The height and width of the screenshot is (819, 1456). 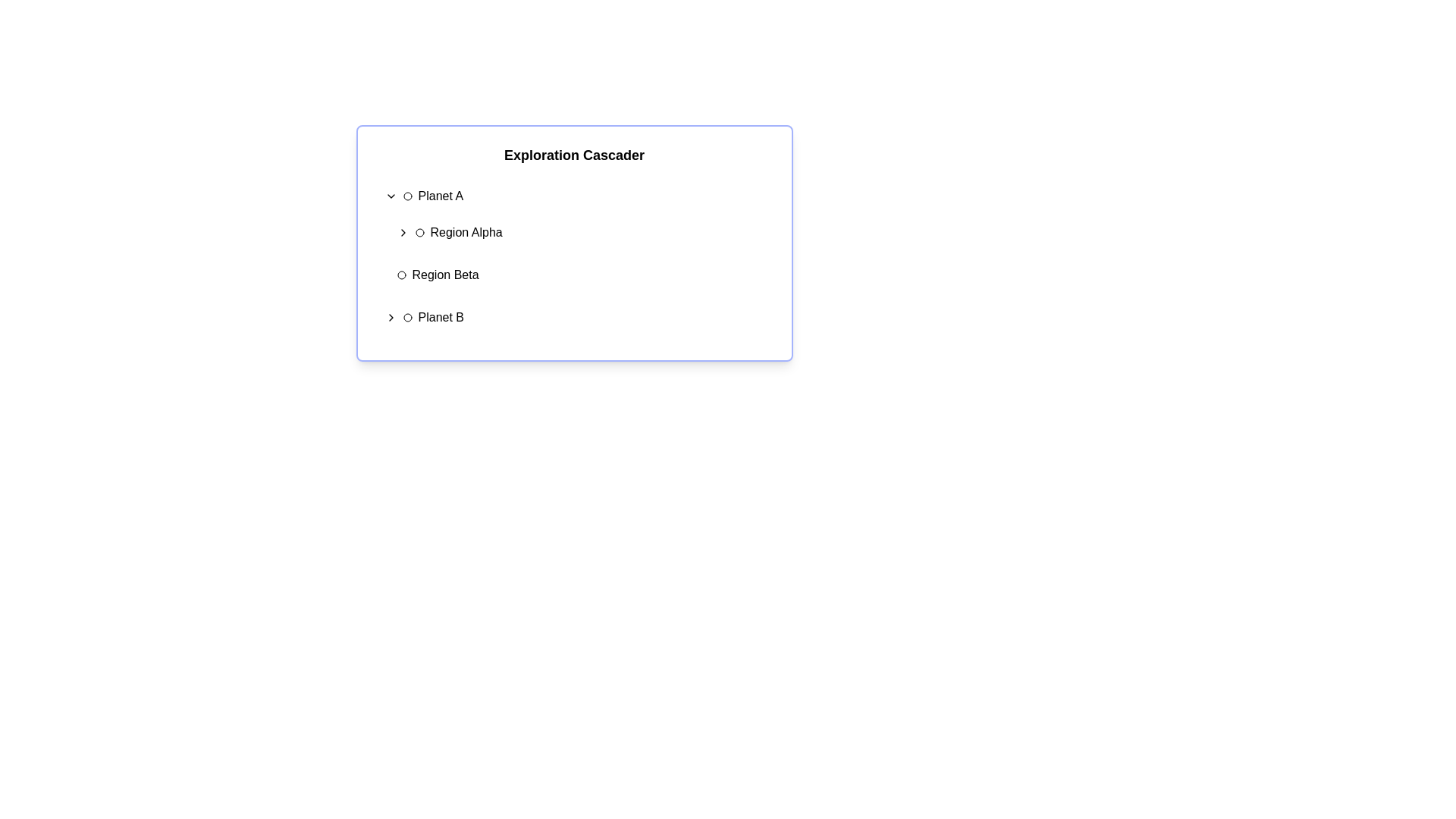 What do you see at coordinates (440, 195) in the screenshot?
I see `the text label 'Planet A' which is the first row in the 'Exploration Cascader' menu` at bounding box center [440, 195].